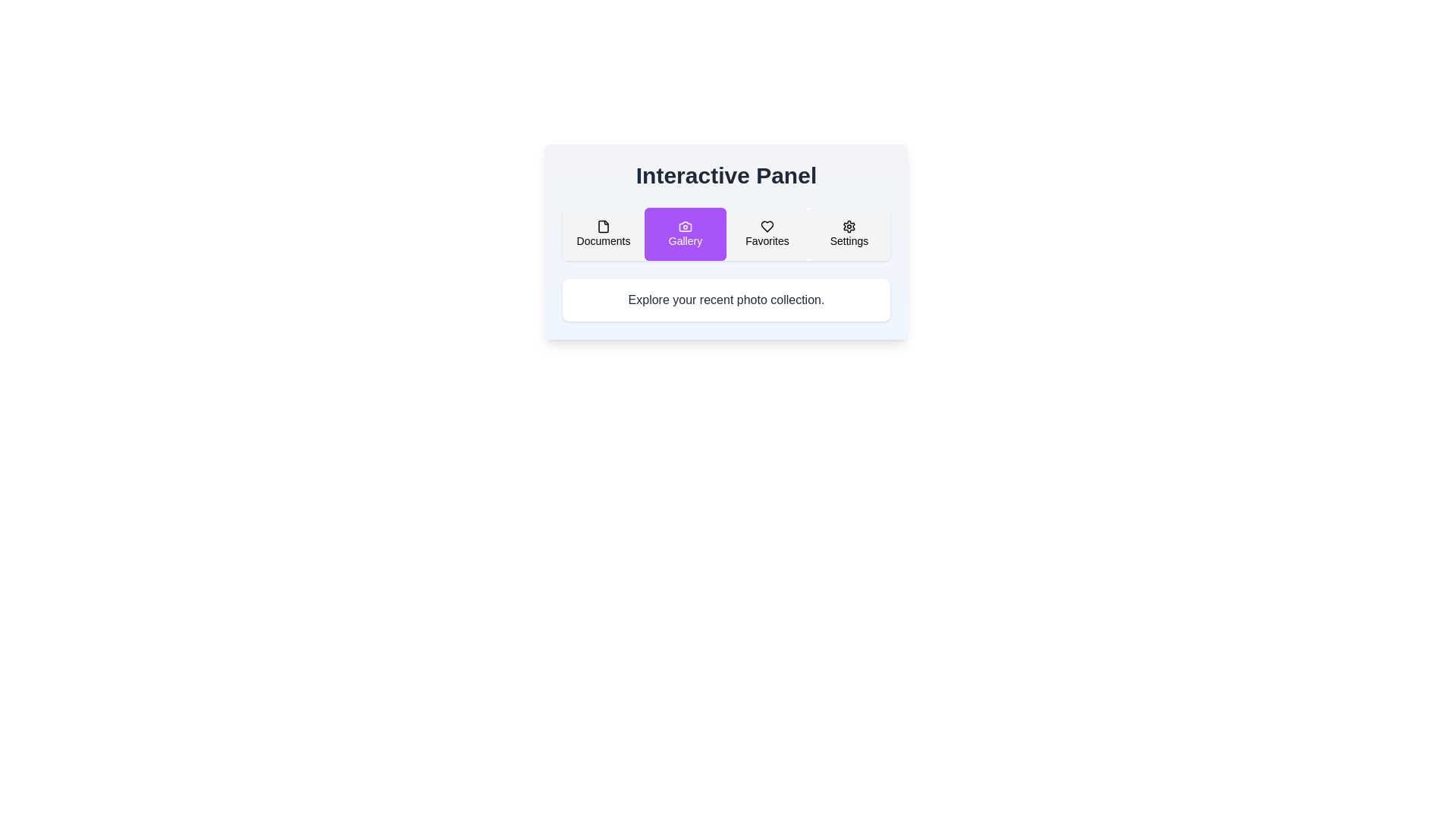  I want to click on the distinct document icon with a black outline located above the 'Documents' text in the horizontal menu, so click(603, 227).